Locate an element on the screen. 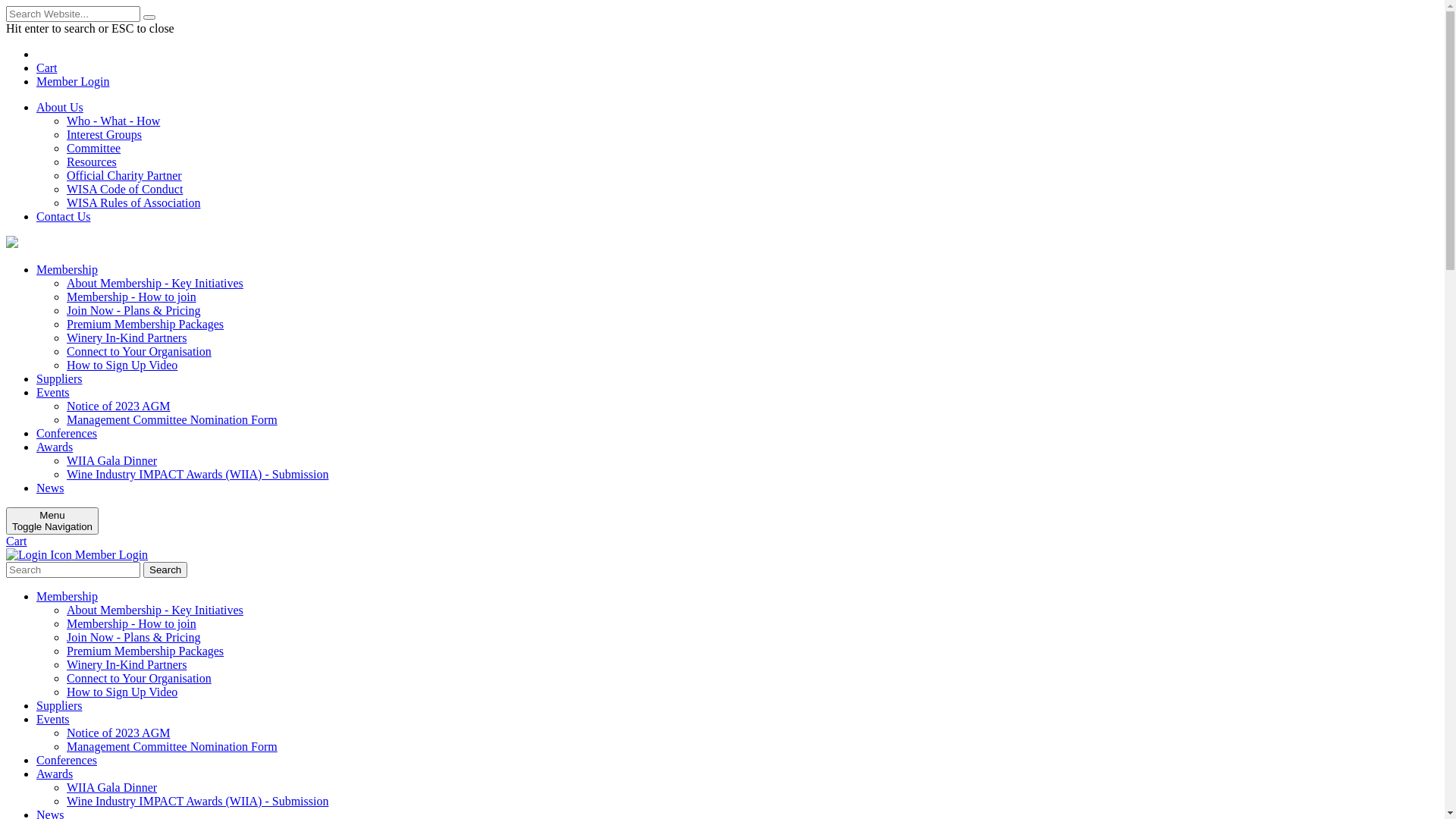  'Contact Us' is located at coordinates (62, 216).